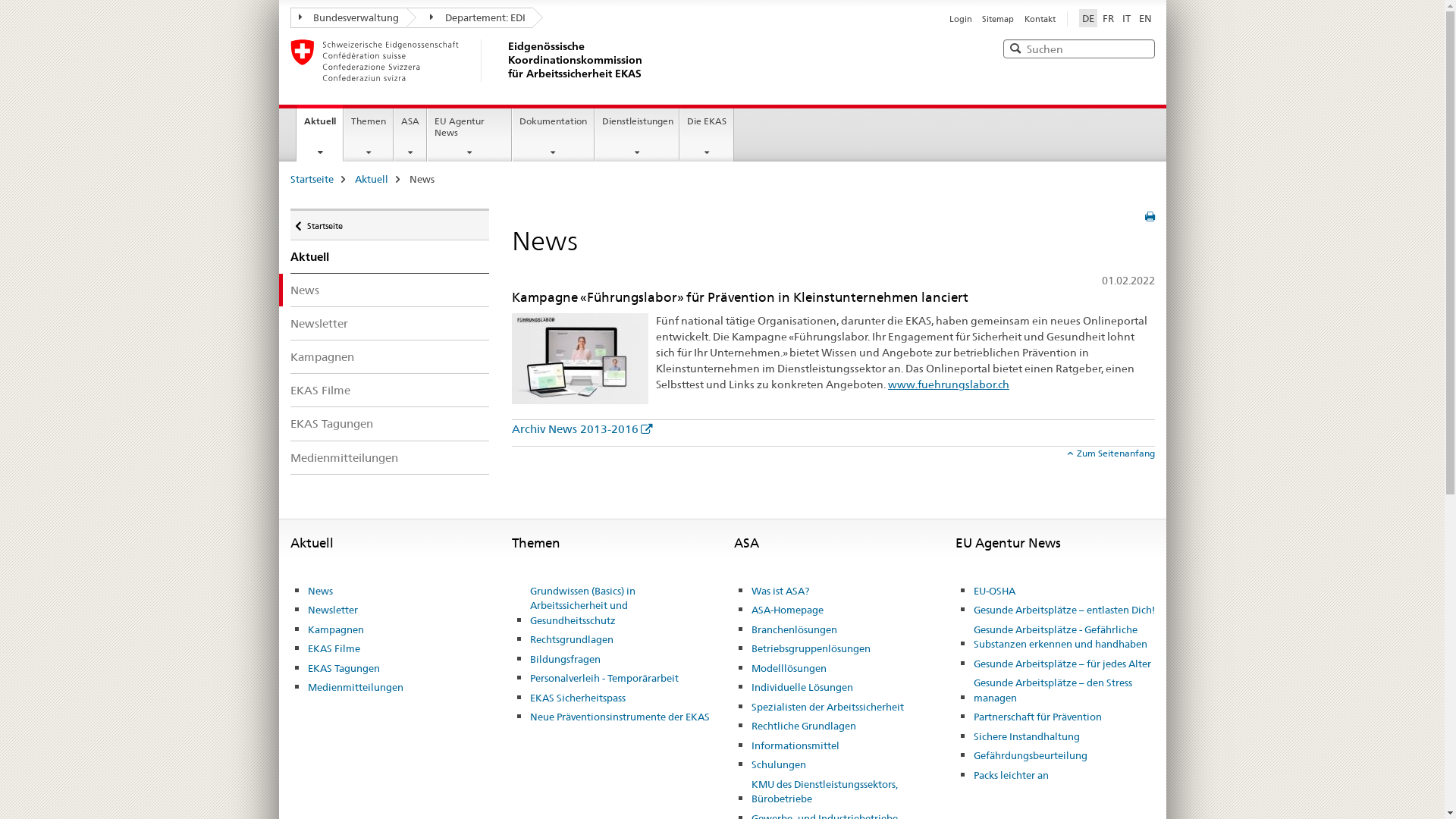  I want to click on 'Spezialisten der Arbeitssicherheit', so click(751, 708).